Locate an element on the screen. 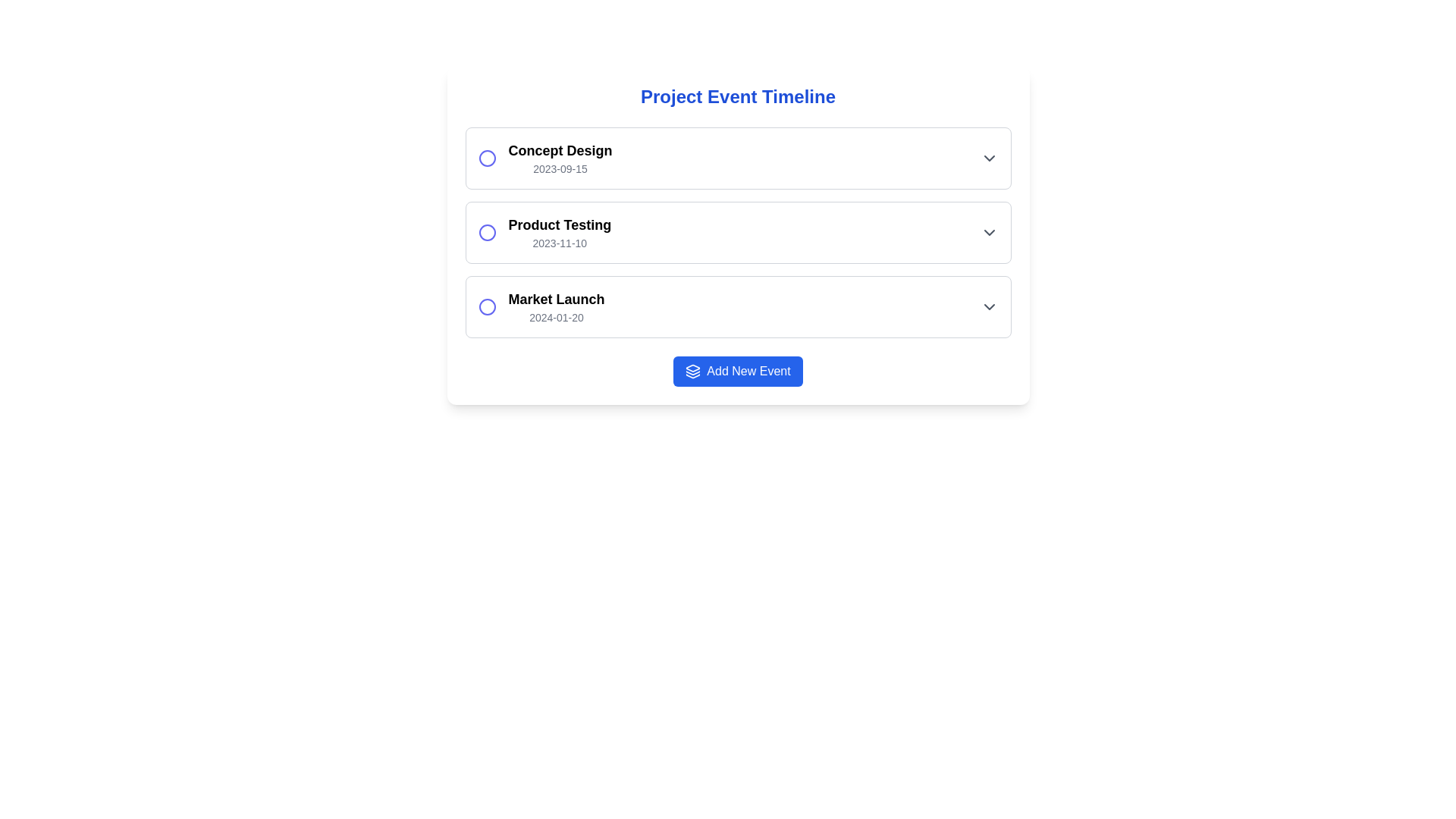 The image size is (1456, 819). the second row is located at coordinates (738, 233).